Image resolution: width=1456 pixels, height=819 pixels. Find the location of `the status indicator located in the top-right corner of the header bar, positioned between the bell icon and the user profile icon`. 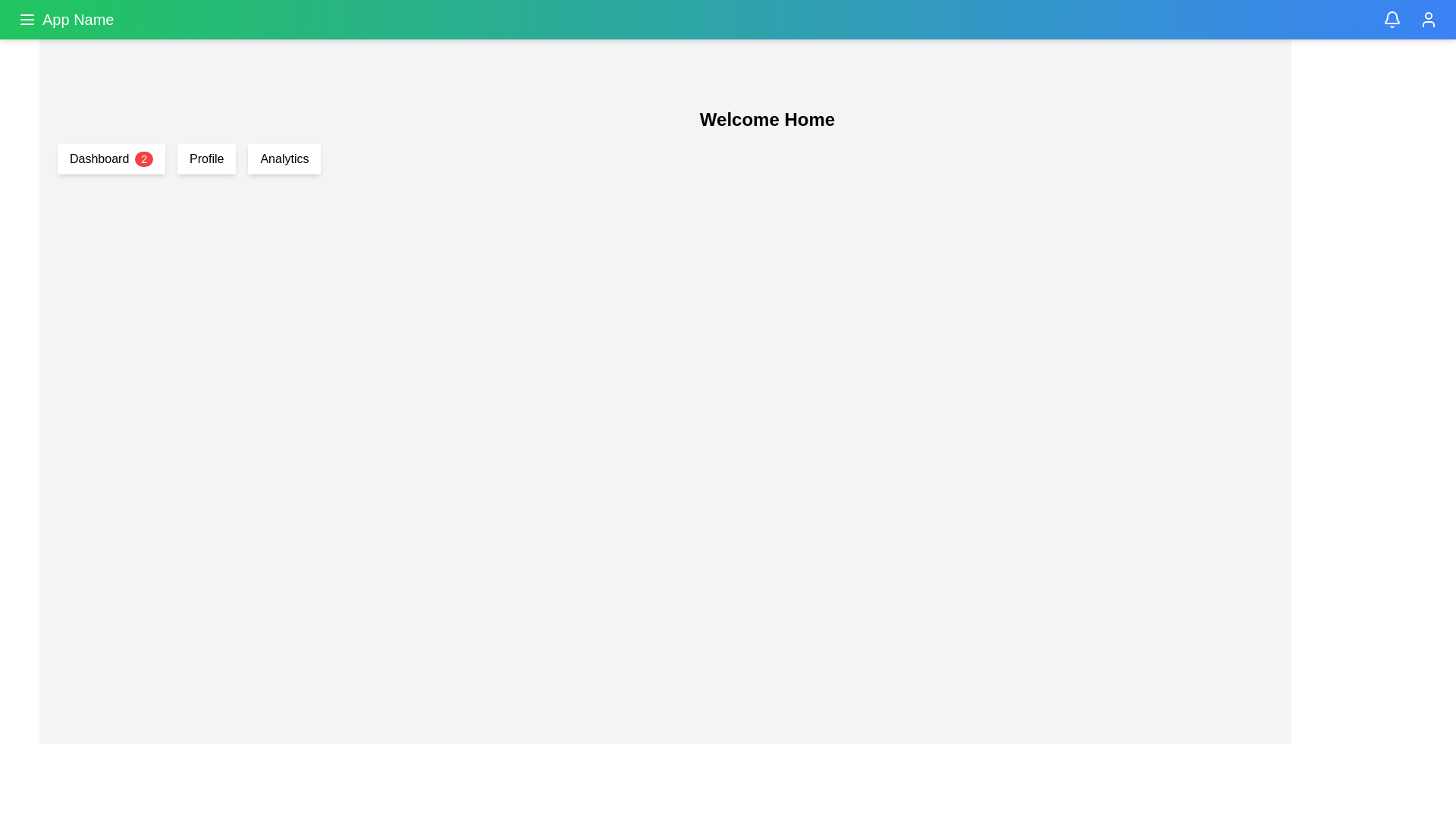

the status indicator located in the top-right corner of the header bar, positioned between the bell icon and the user profile icon is located at coordinates (1410, 20).